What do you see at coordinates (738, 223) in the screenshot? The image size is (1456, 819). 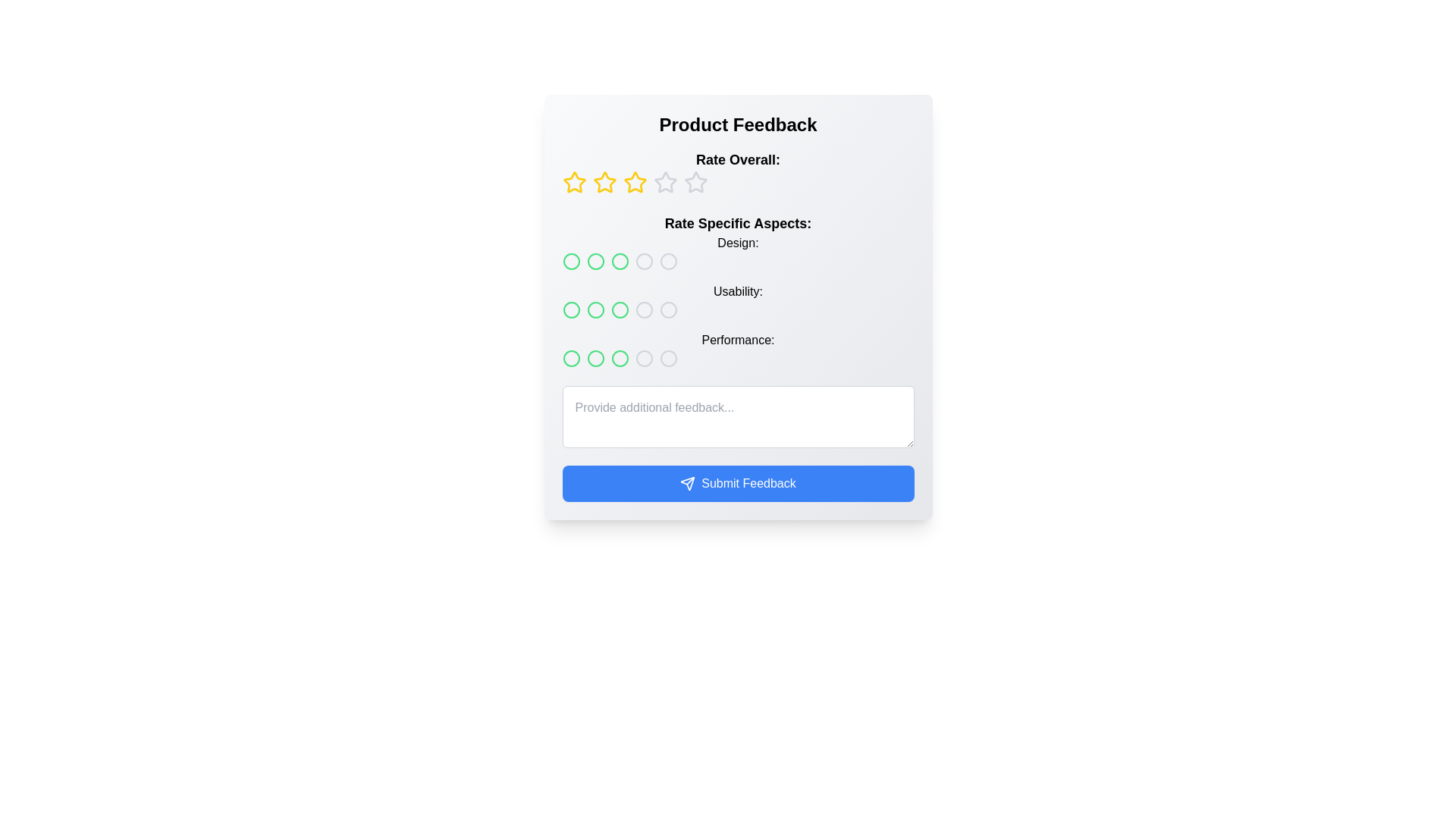 I see `the bold text label that says 'Rate Specific Aspects:', which is prominently displayed at the top of the section above the specific aspect rating categories` at bounding box center [738, 223].